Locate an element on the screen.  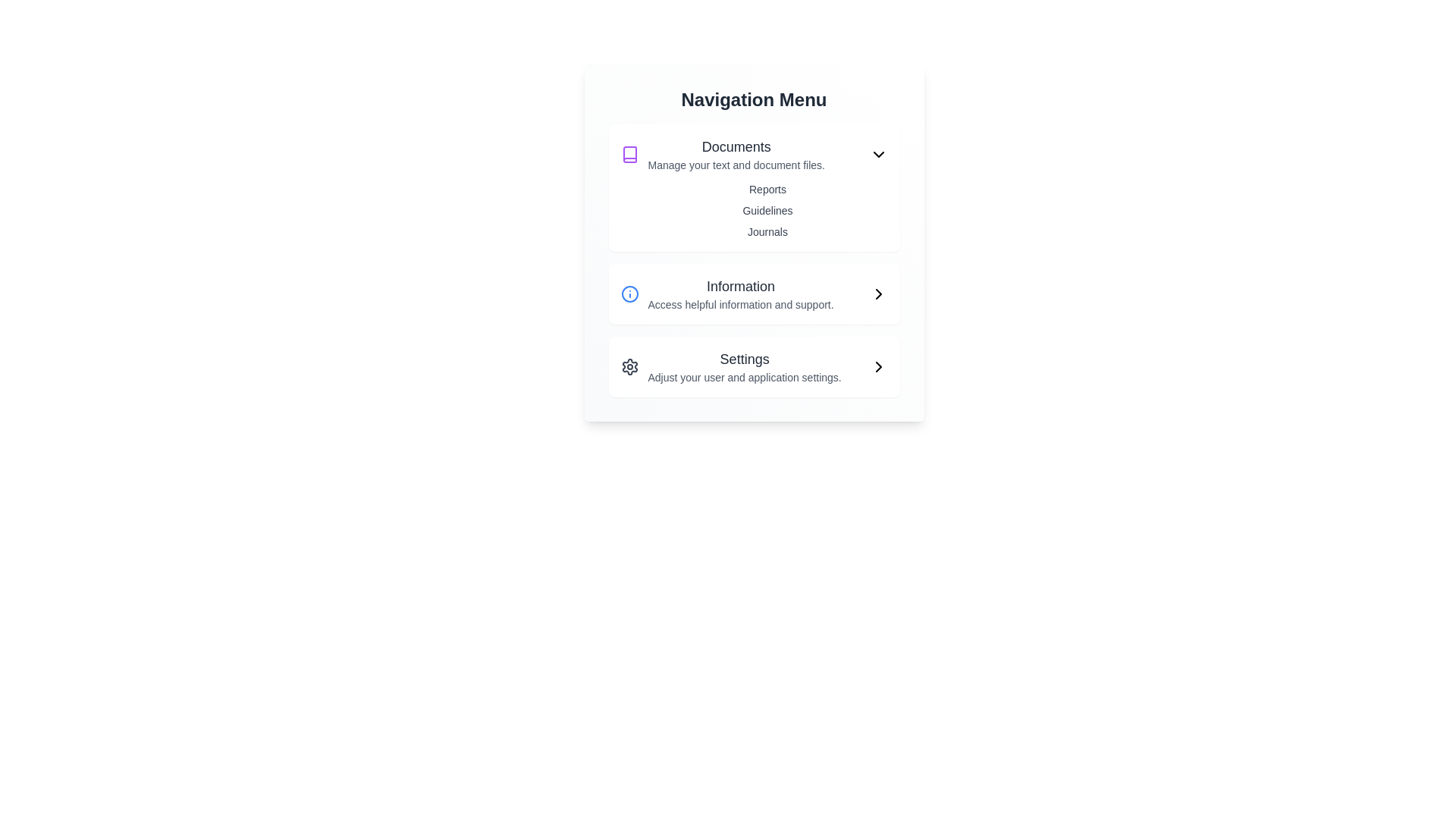
the graphical icon resembling a stylized book with a purple hue, located within the 'Documents' card in the navigation menu, to the left of the text label 'Documents' is located at coordinates (629, 155).